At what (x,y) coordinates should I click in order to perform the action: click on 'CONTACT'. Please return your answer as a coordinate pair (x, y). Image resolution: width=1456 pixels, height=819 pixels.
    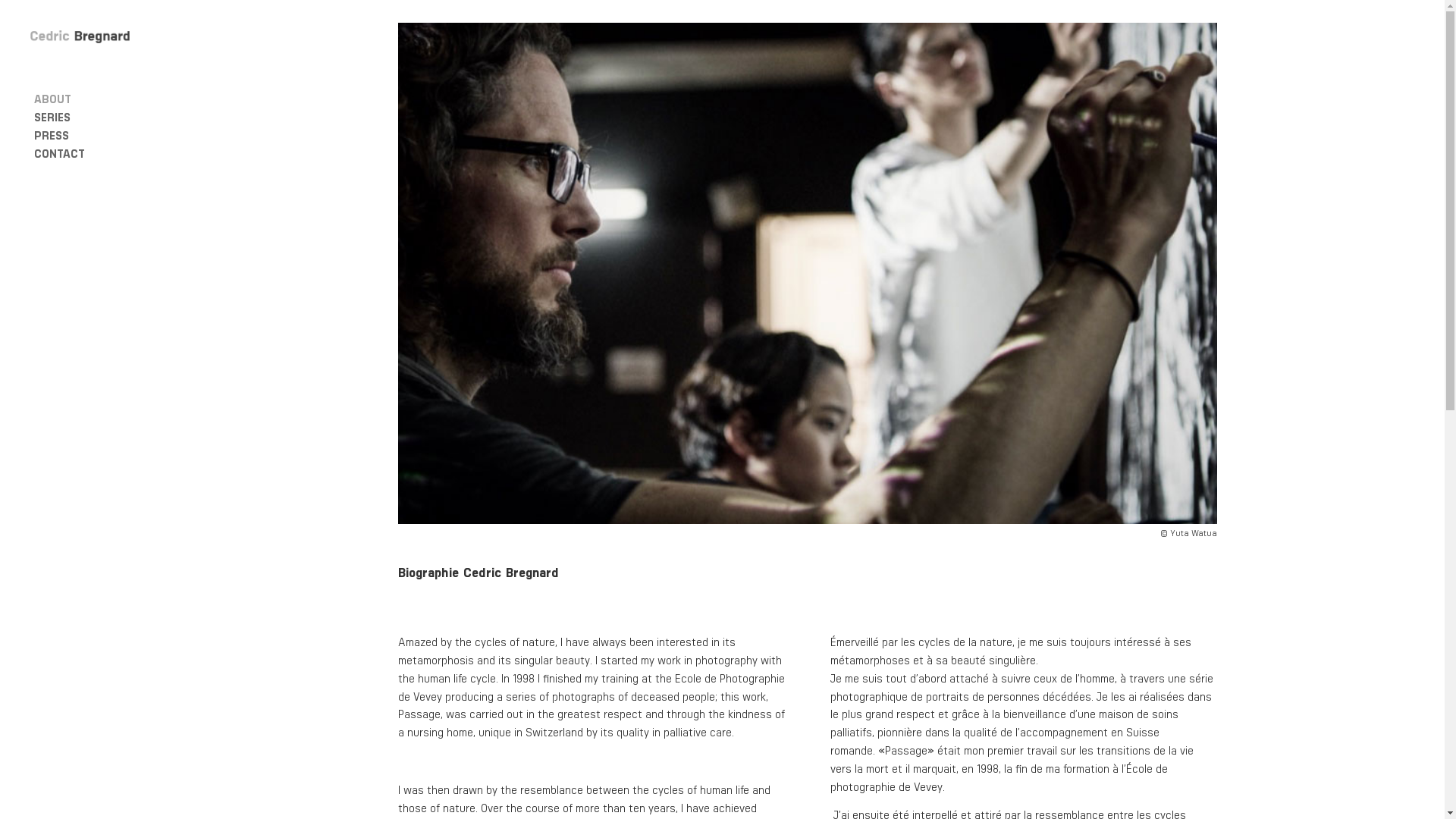
    Looking at the image, I should click on (99, 152).